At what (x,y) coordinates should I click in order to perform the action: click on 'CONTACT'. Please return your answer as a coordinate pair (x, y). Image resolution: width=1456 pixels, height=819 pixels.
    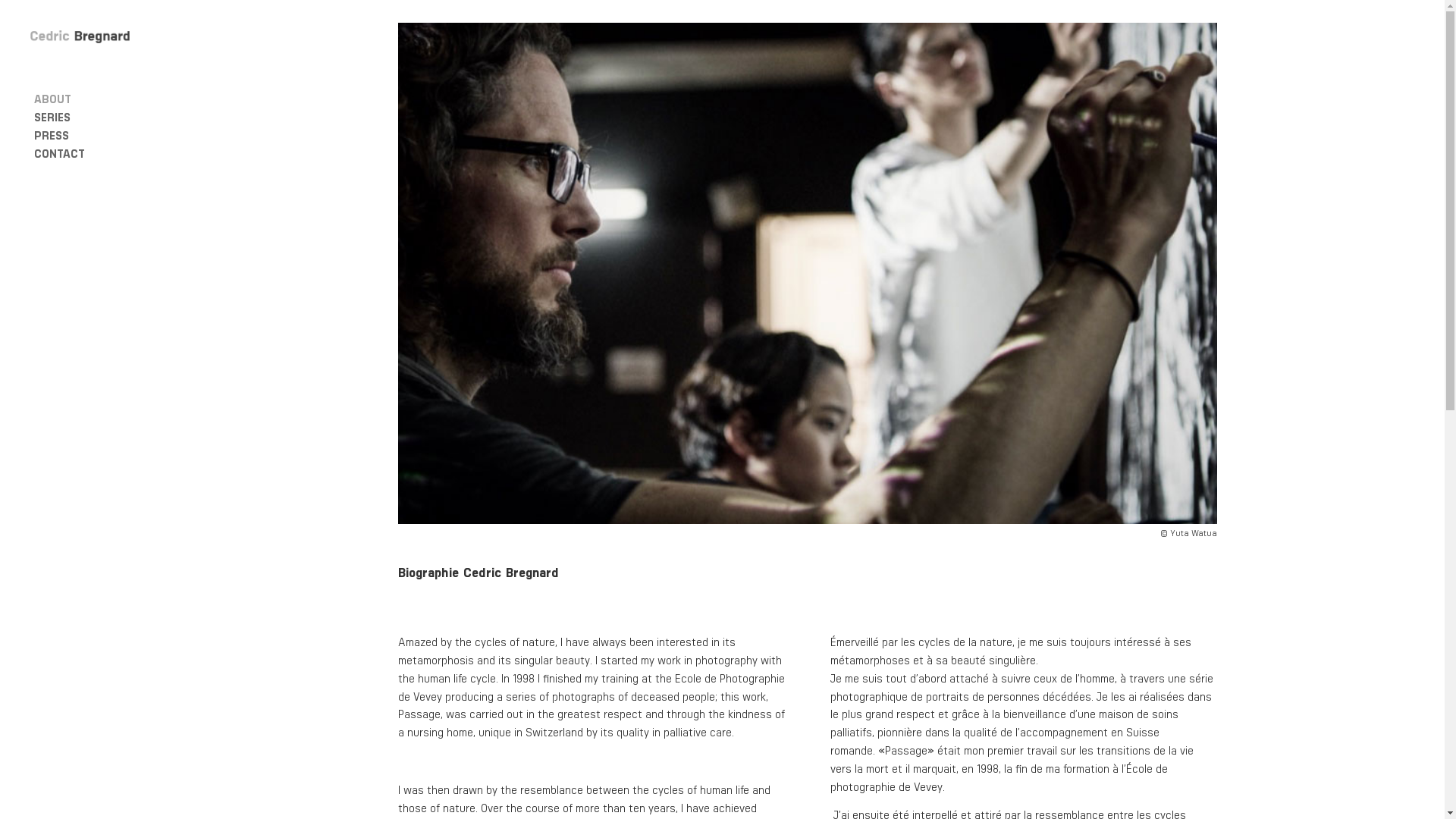
    Looking at the image, I should click on (99, 152).